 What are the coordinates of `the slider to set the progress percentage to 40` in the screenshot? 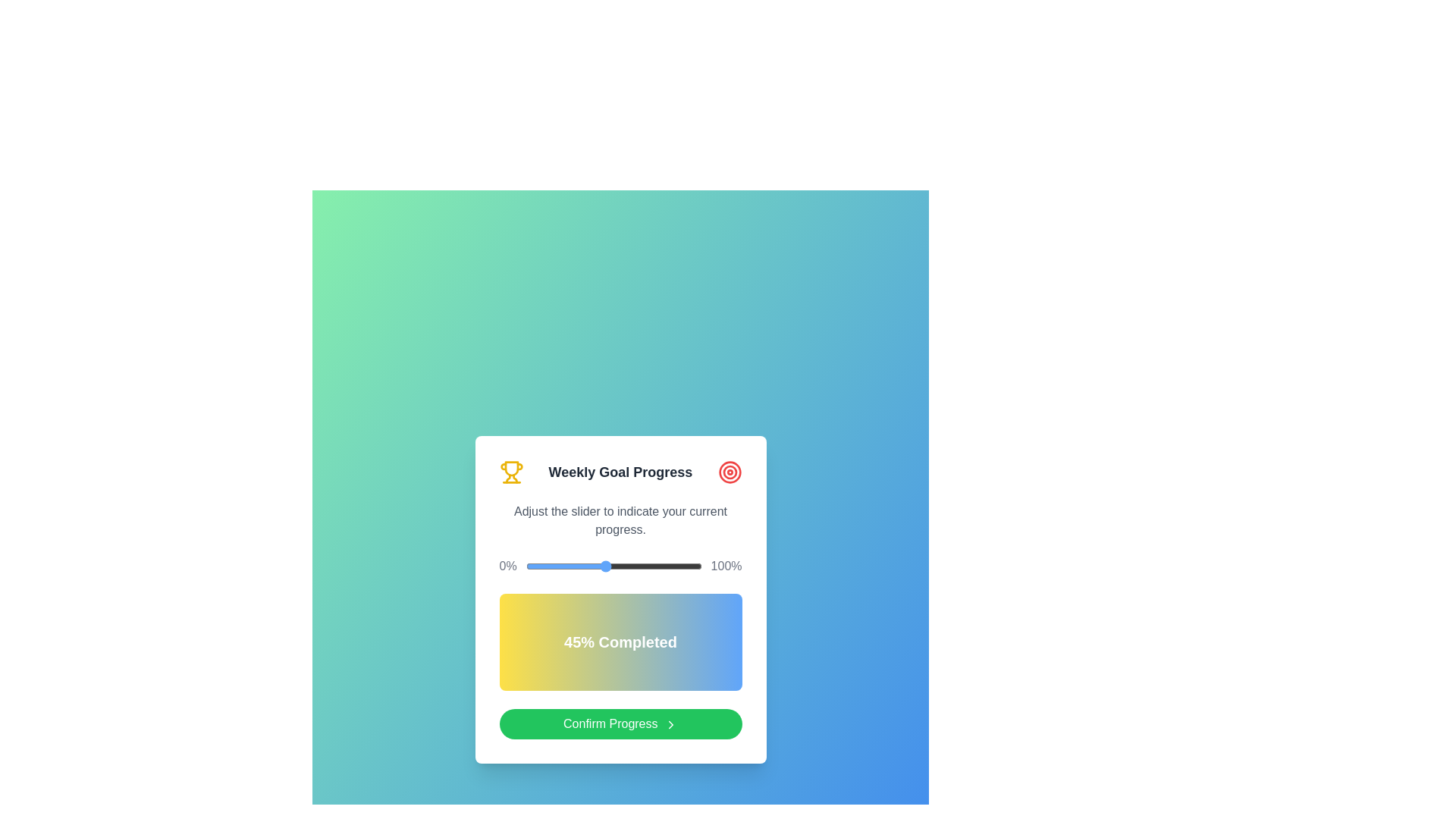 It's located at (595, 566).